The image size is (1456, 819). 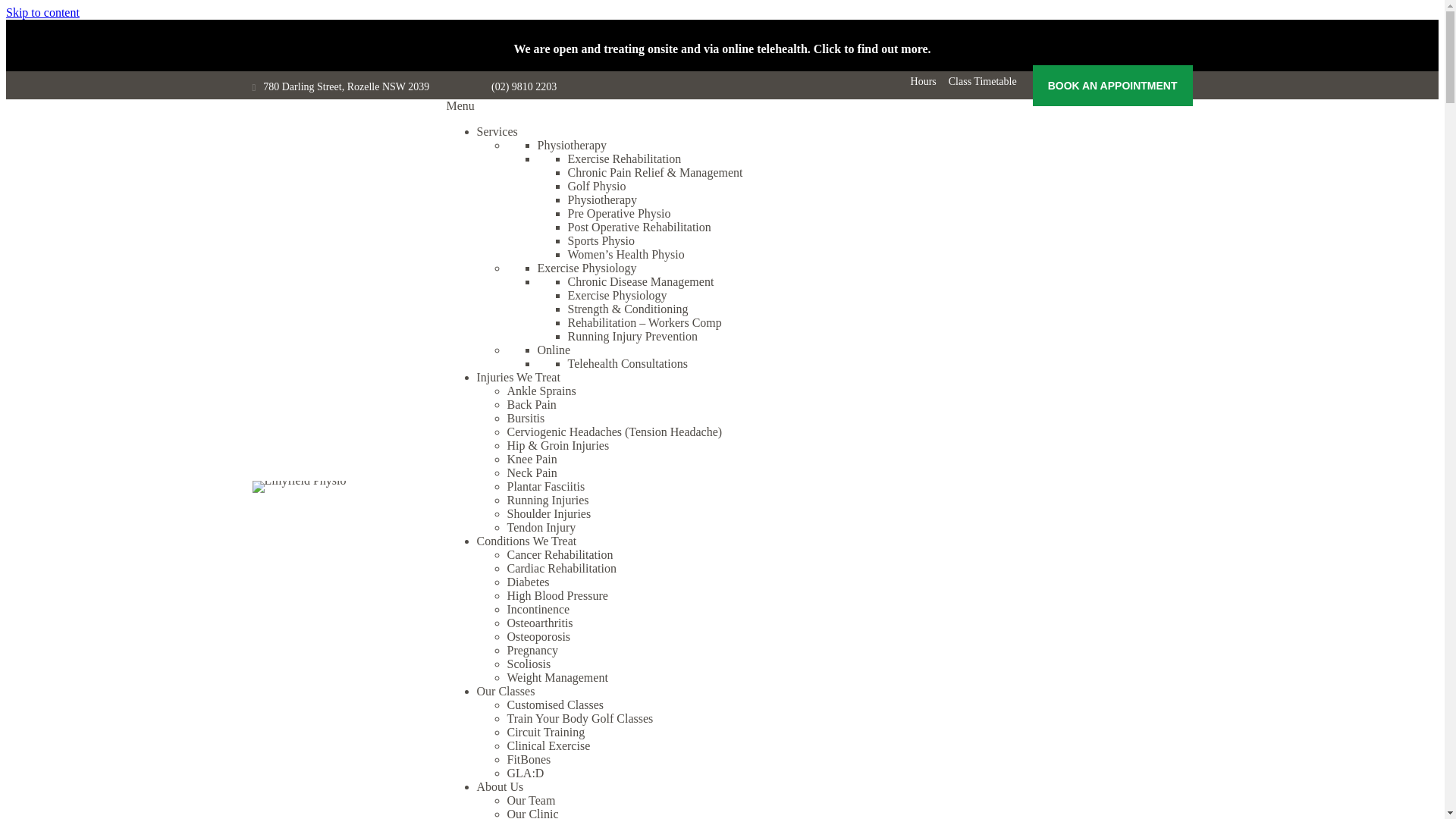 What do you see at coordinates (560, 568) in the screenshot?
I see `'Cardiac Rehabilitation'` at bounding box center [560, 568].